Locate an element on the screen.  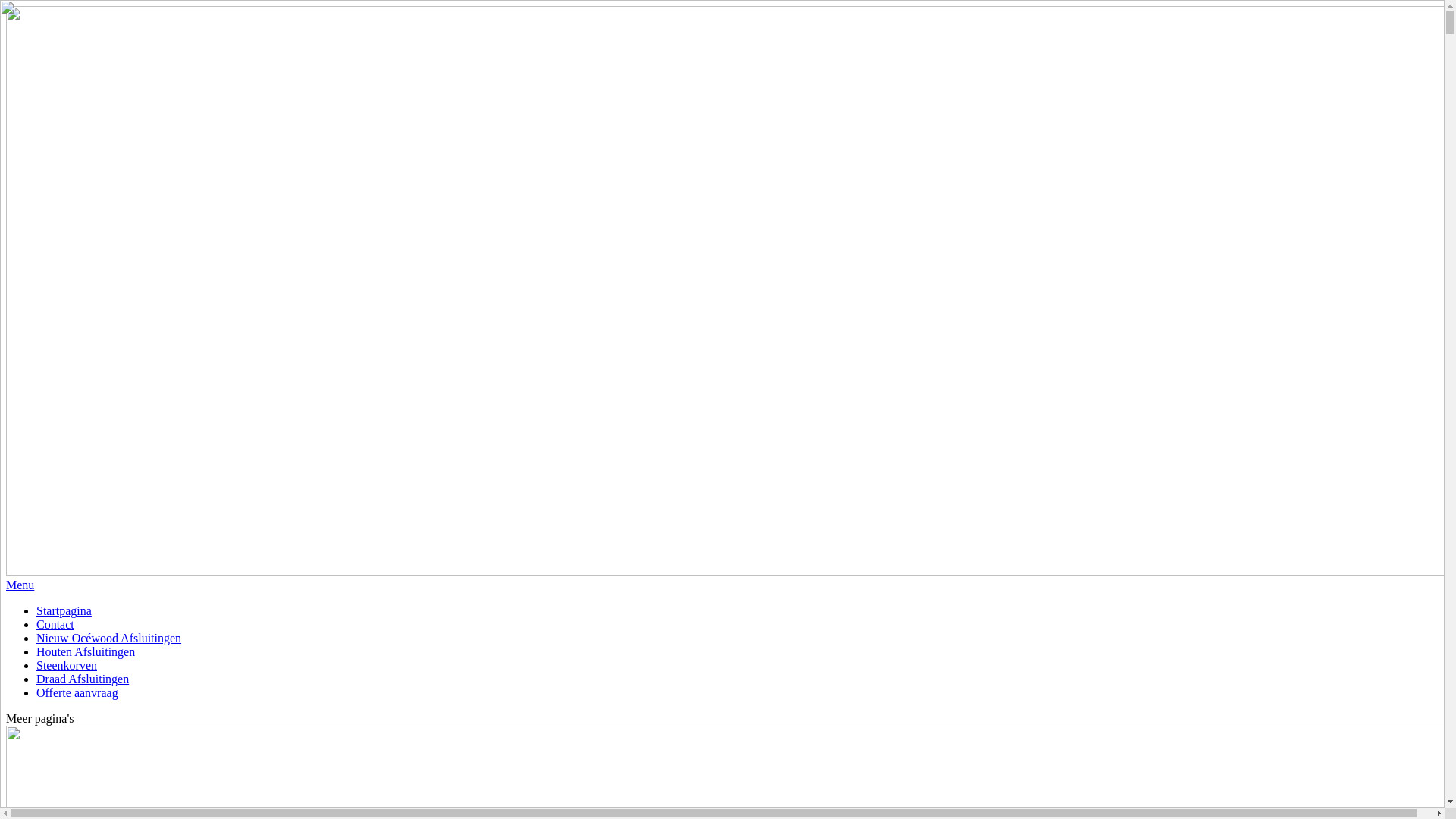
'Offerte aanvraag' is located at coordinates (76, 692).